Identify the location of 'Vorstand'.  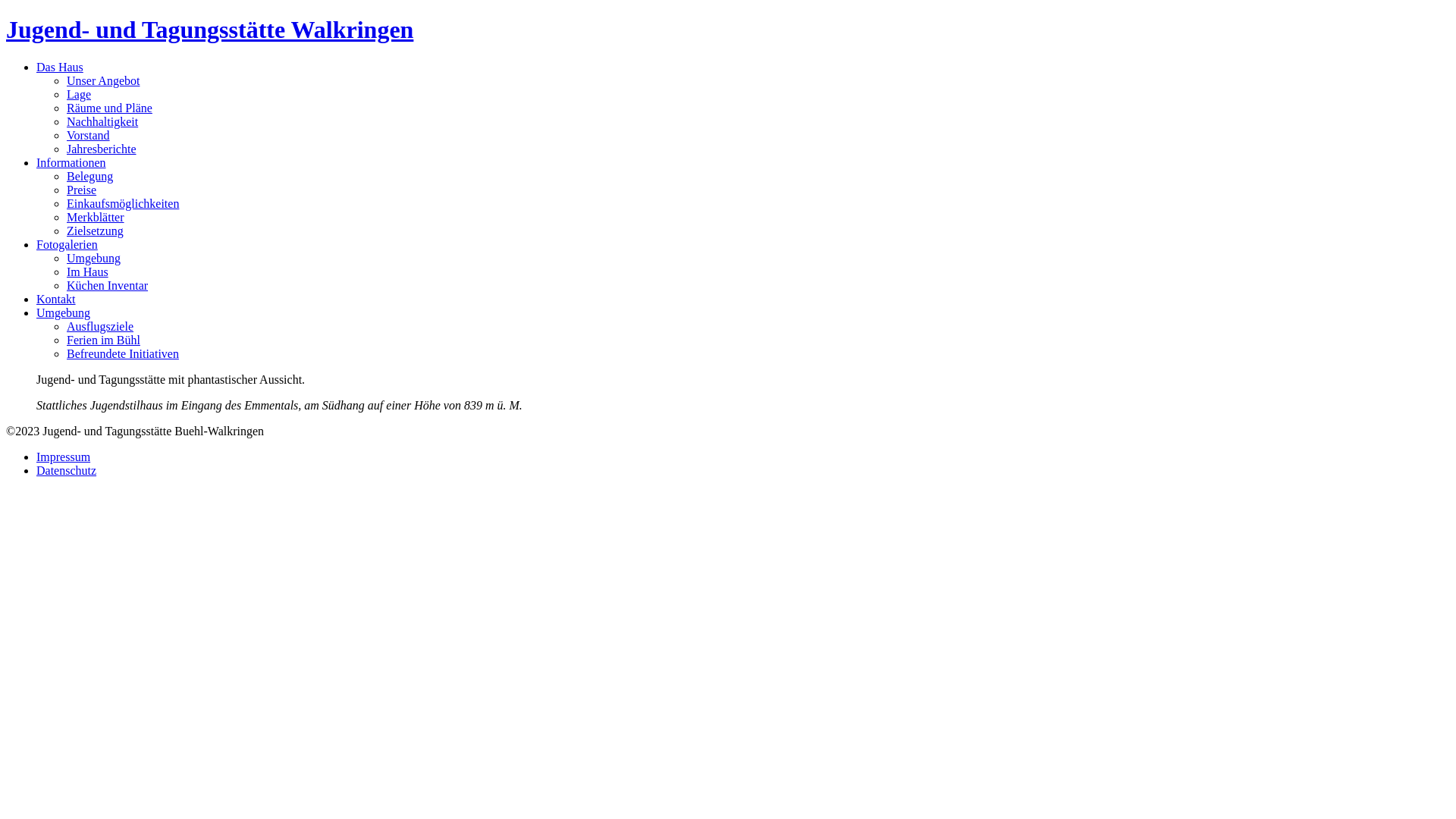
(65, 134).